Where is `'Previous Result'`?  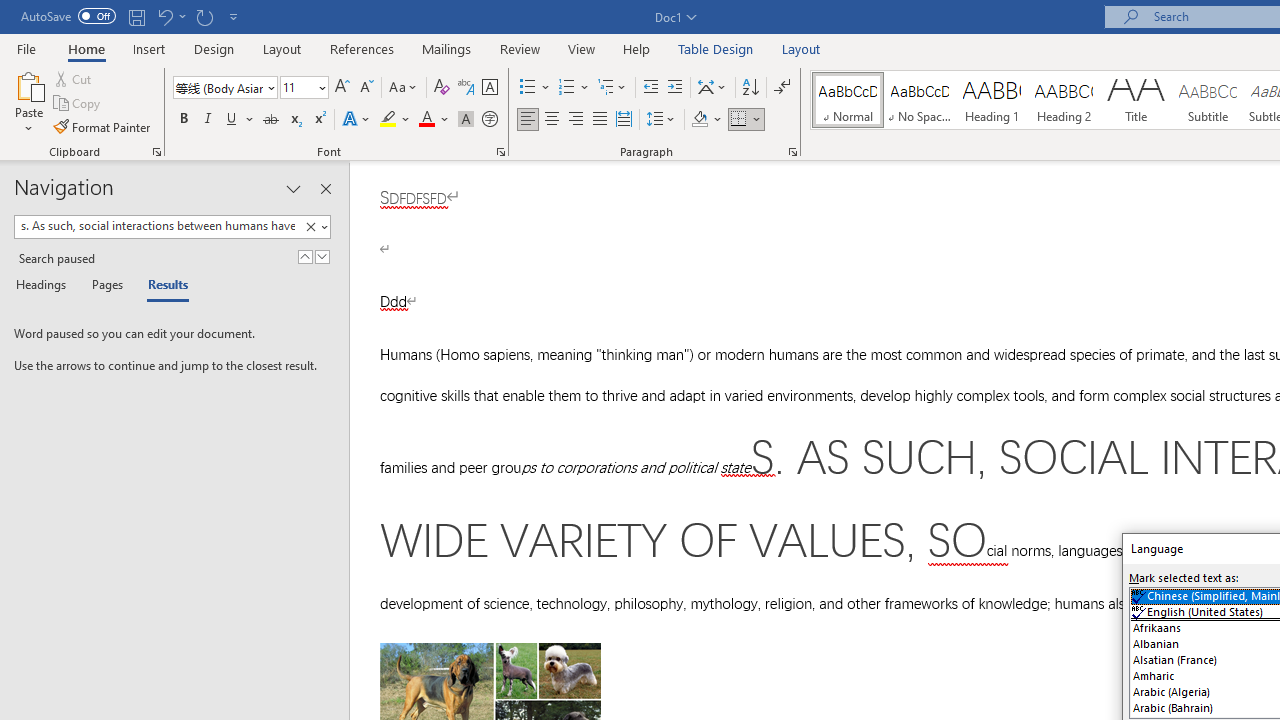 'Previous Result' is located at coordinates (304, 256).